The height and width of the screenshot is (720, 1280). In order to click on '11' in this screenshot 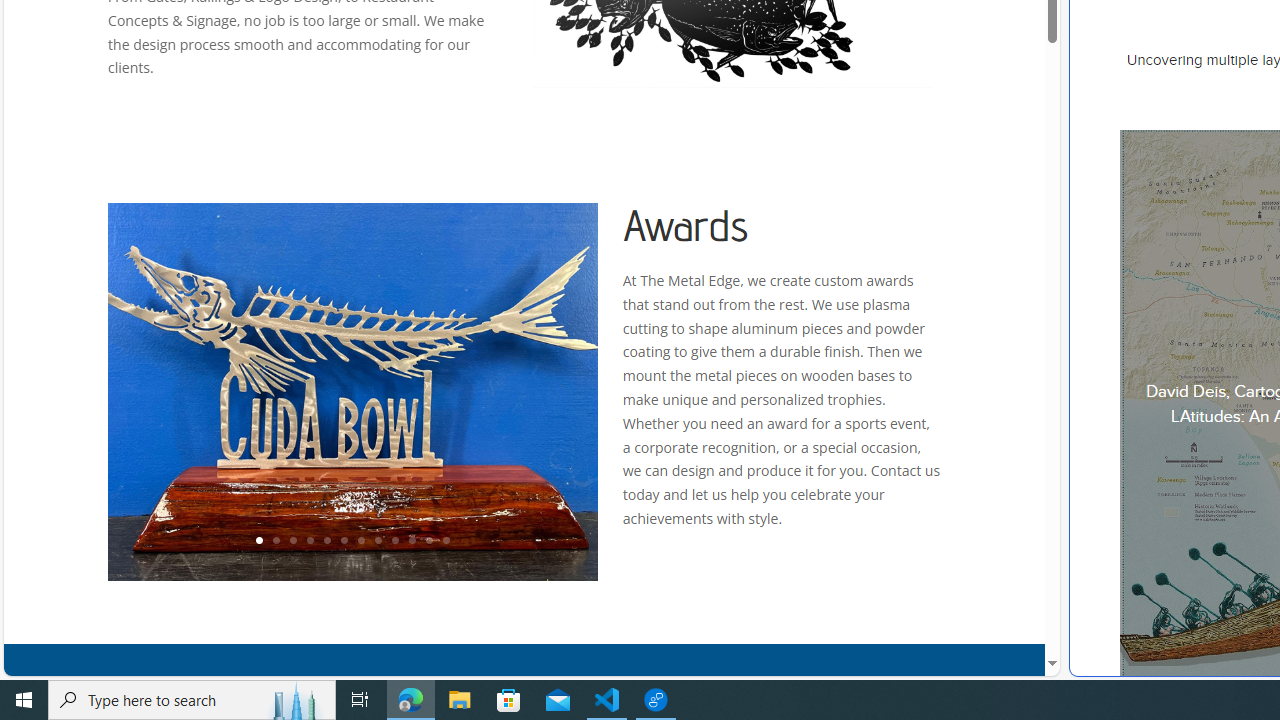, I will do `click(427, 541)`.